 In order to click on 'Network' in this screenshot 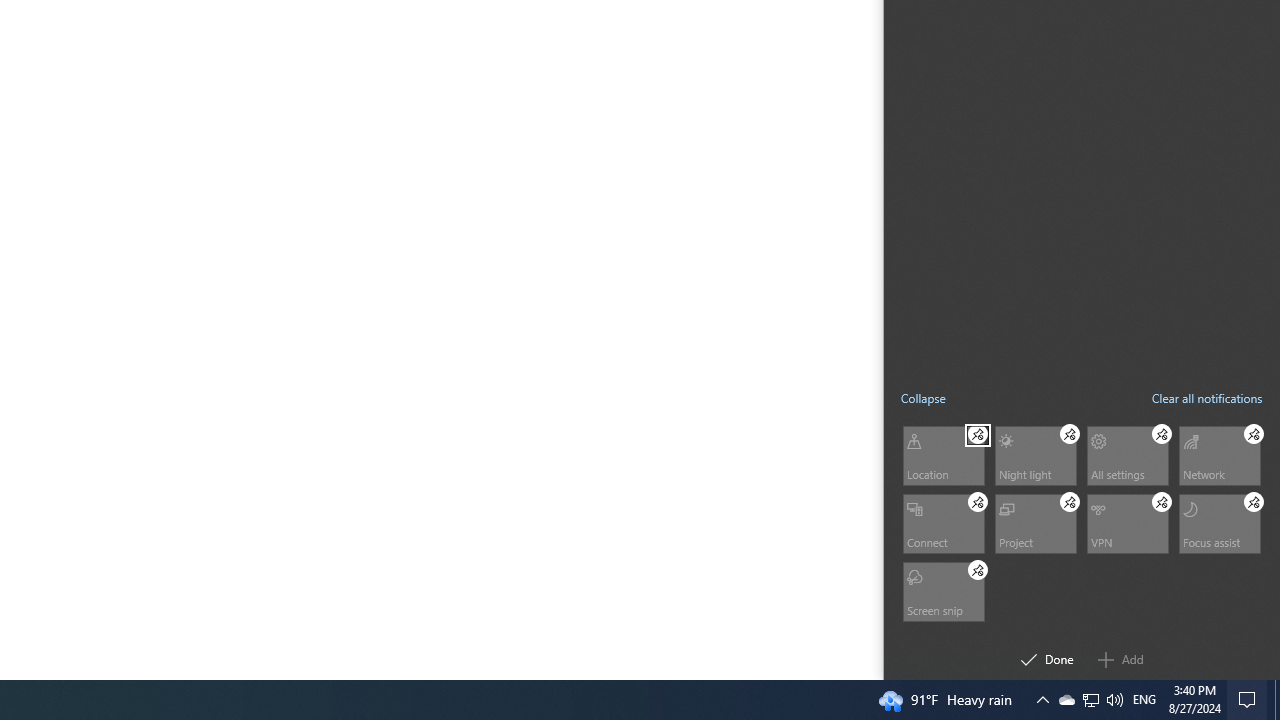, I will do `click(1218, 455)`.